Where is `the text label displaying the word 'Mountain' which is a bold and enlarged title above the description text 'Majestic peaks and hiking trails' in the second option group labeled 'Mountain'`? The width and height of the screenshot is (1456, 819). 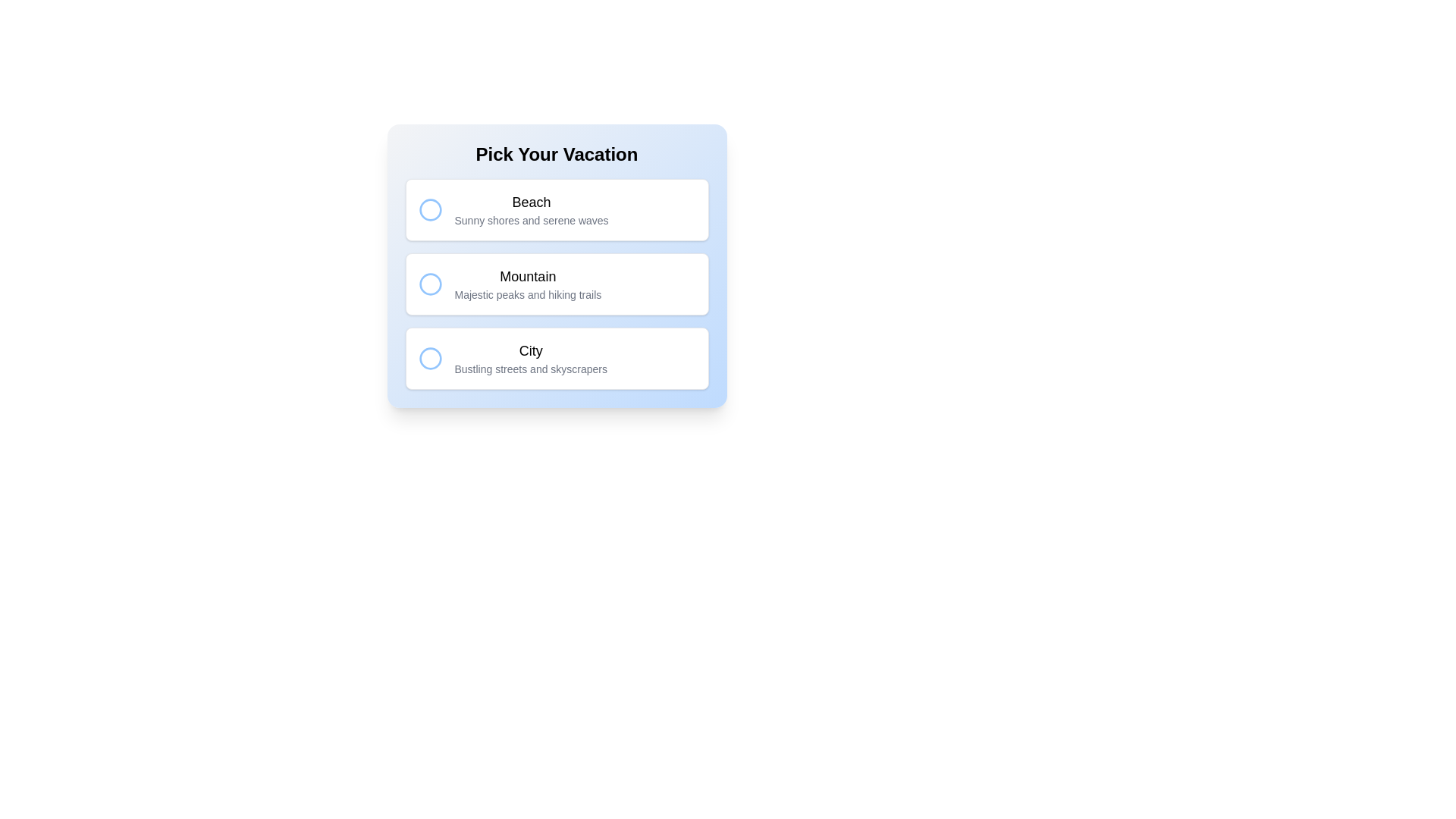
the text label displaying the word 'Mountain' which is a bold and enlarged title above the description text 'Majestic peaks and hiking trails' in the second option group labeled 'Mountain' is located at coordinates (528, 277).